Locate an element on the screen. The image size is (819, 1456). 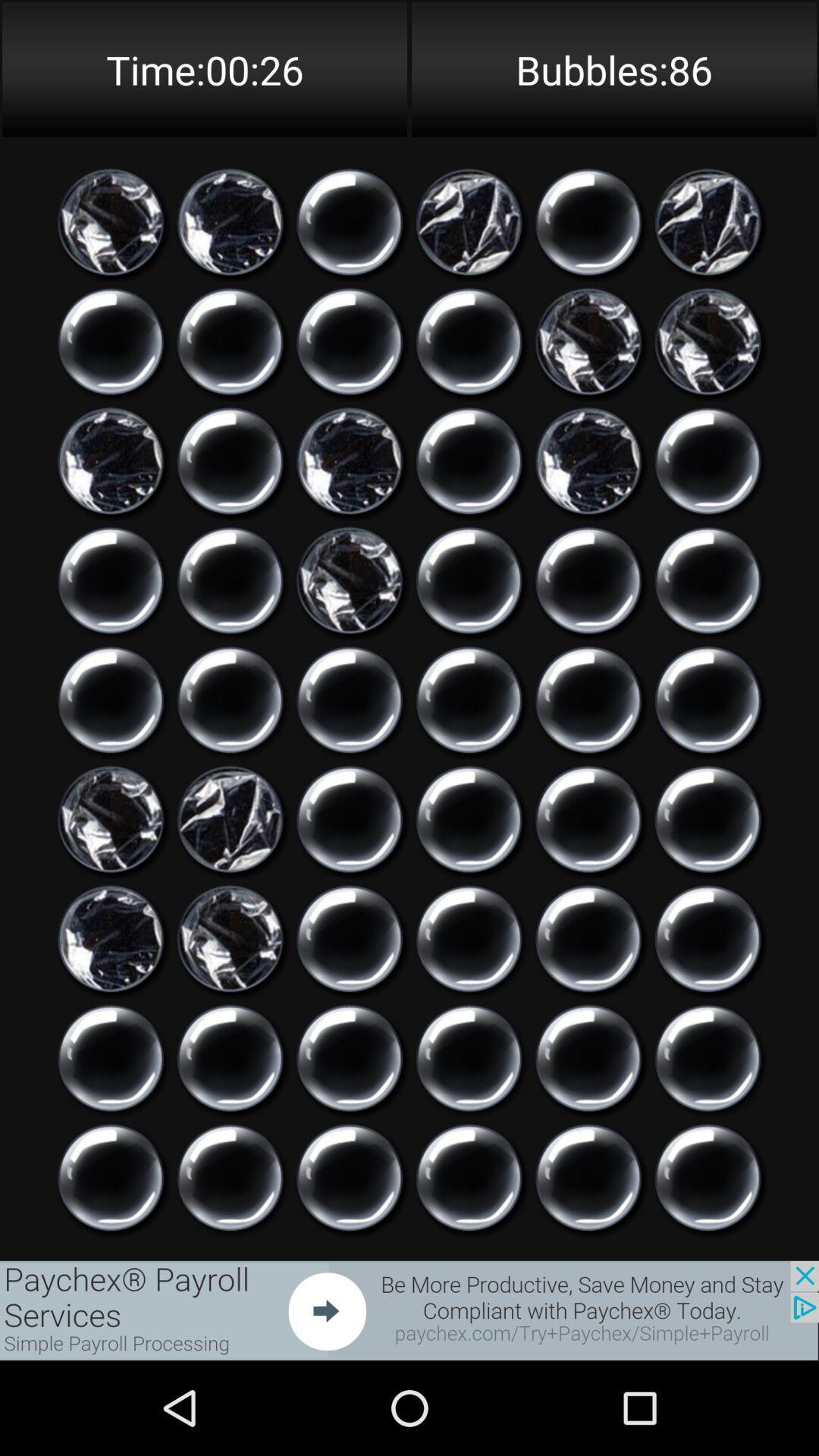
click bubble is located at coordinates (230, 1177).